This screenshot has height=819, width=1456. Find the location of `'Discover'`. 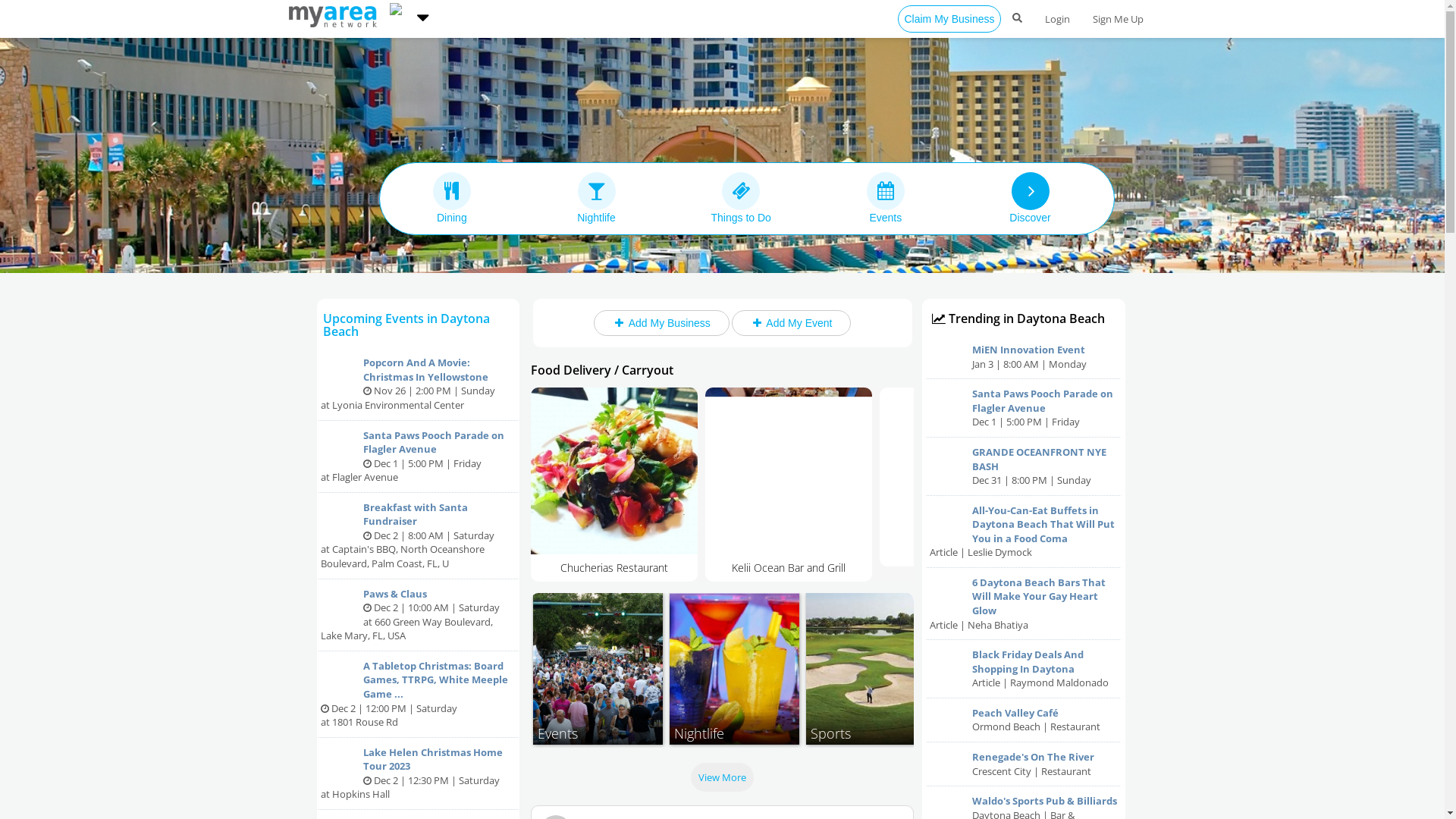

'Discover' is located at coordinates (960, 197).